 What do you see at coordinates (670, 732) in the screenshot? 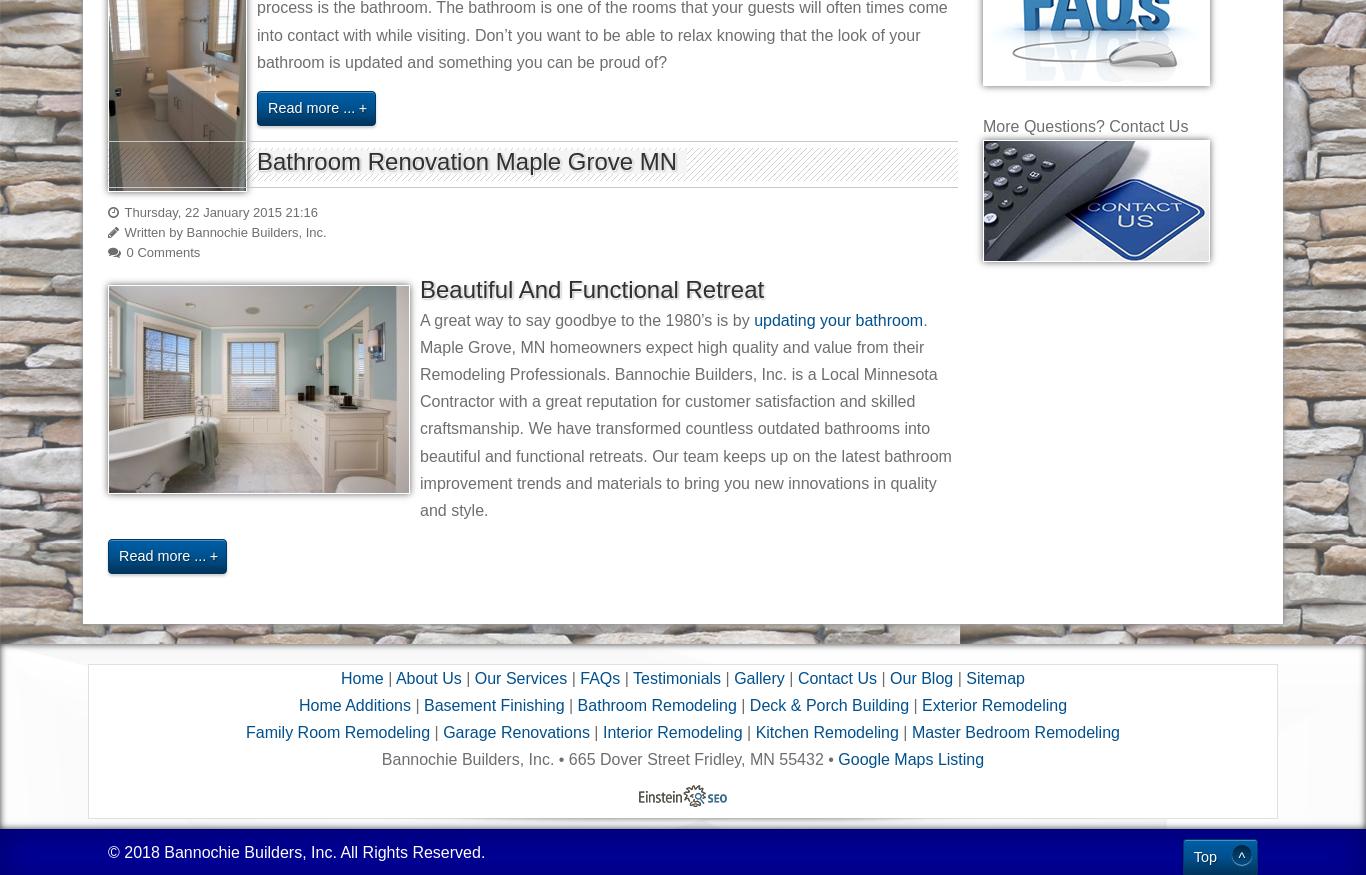
I see `'Interior Remodeling'` at bounding box center [670, 732].